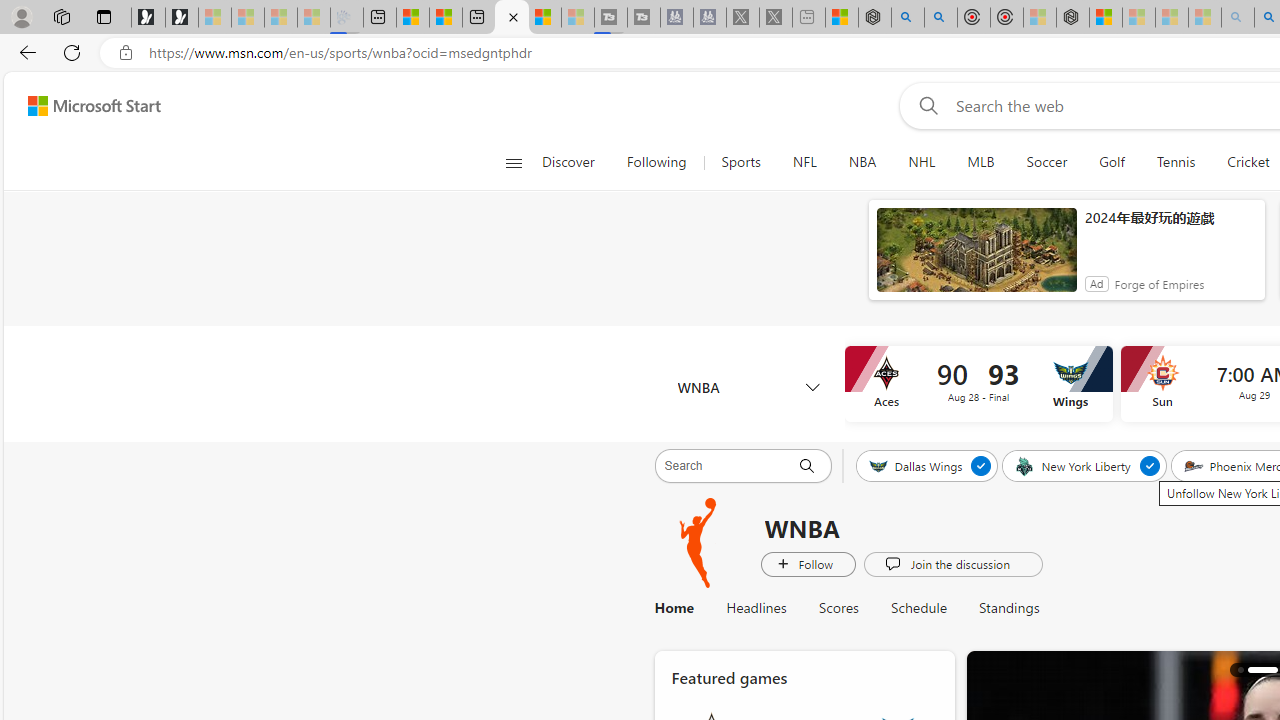 Image resolution: width=1280 pixels, height=720 pixels. What do you see at coordinates (981, 465) in the screenshot?
I see `'Unfollow Dallas Wings'` at bounding box center [981, 465].